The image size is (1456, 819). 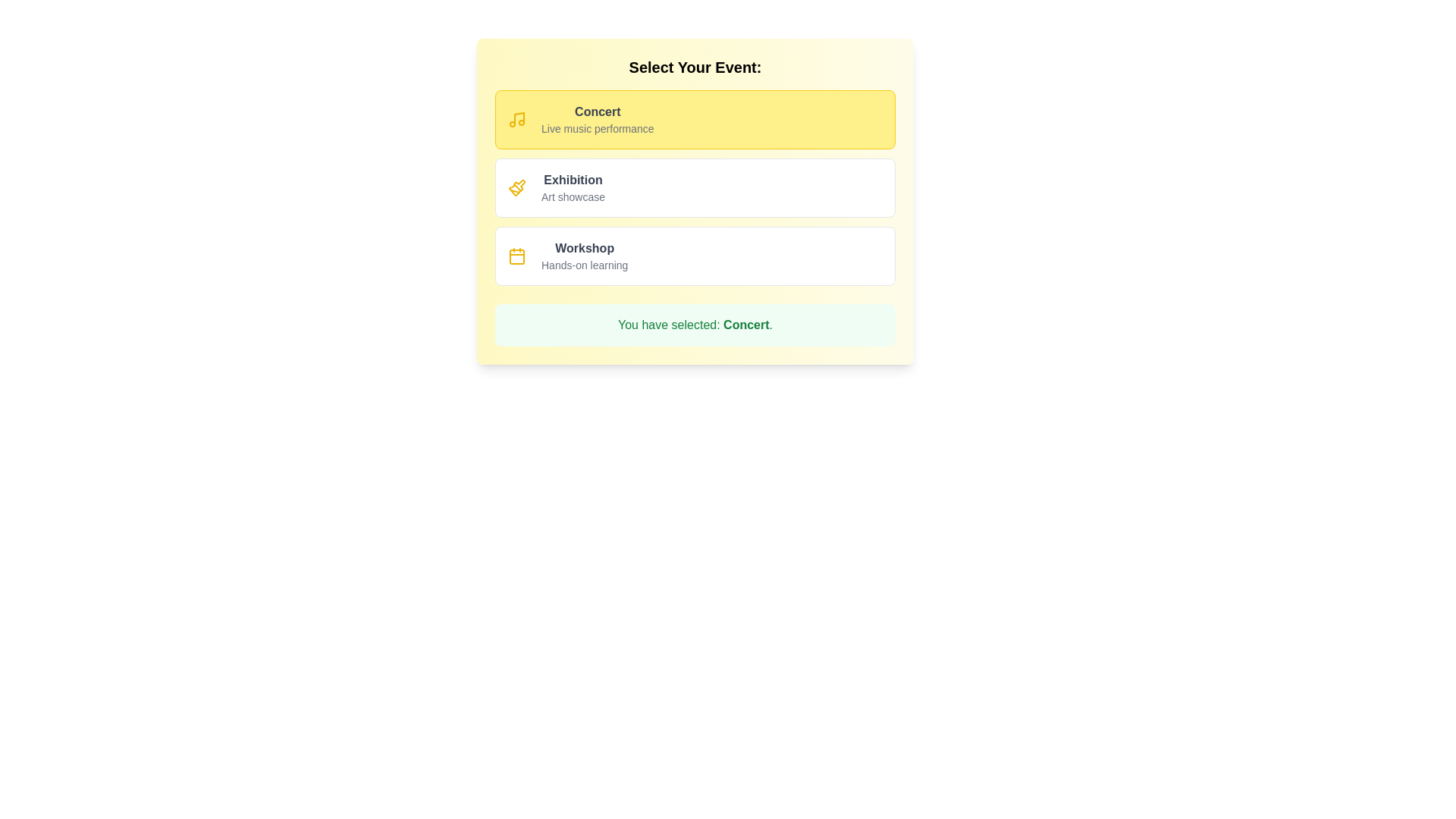 I want to click on the third item in the selectable list, so click(x=694, y=256).